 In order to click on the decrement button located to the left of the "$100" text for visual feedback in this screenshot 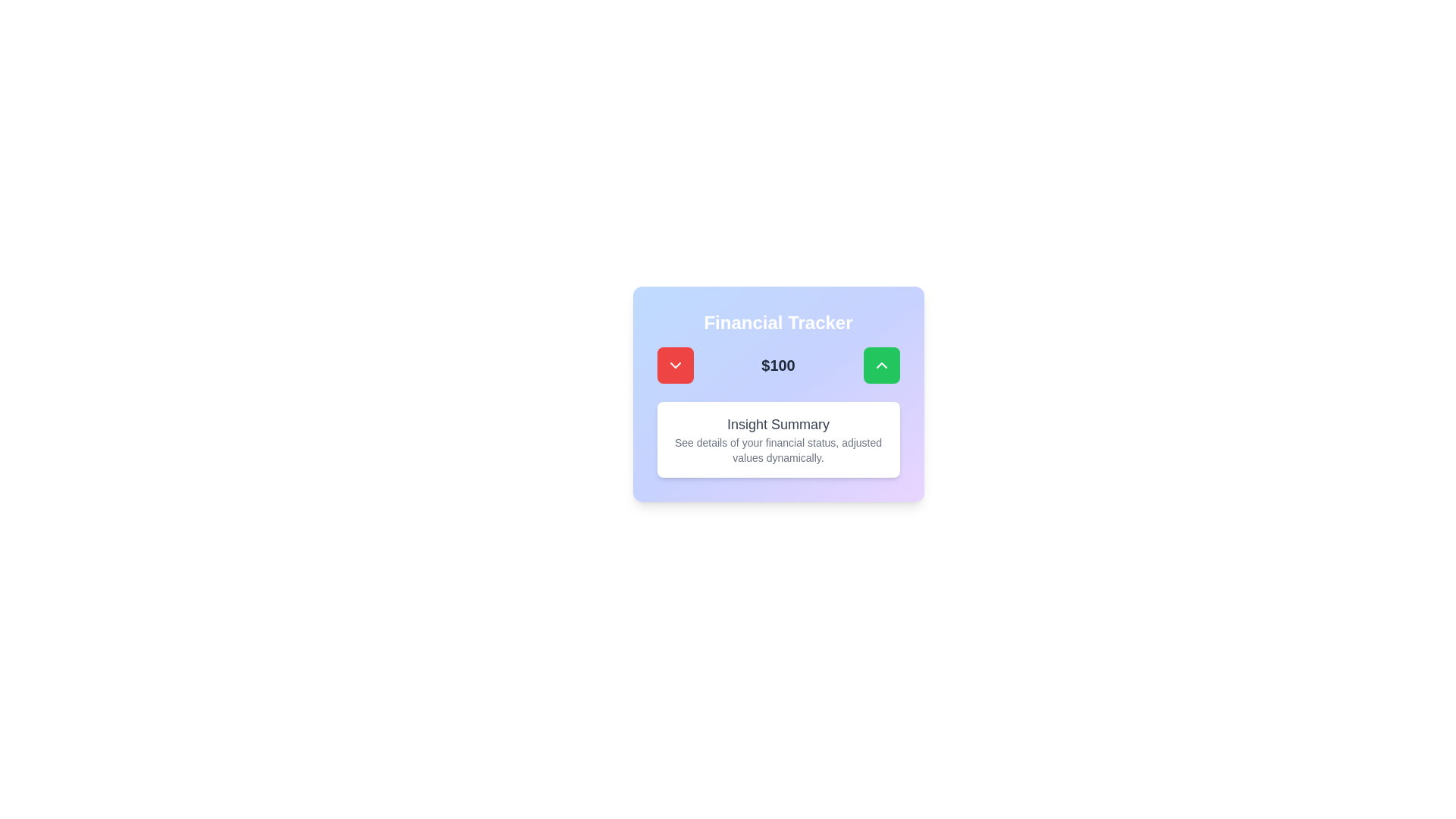, I will do `click(674, 366)`.